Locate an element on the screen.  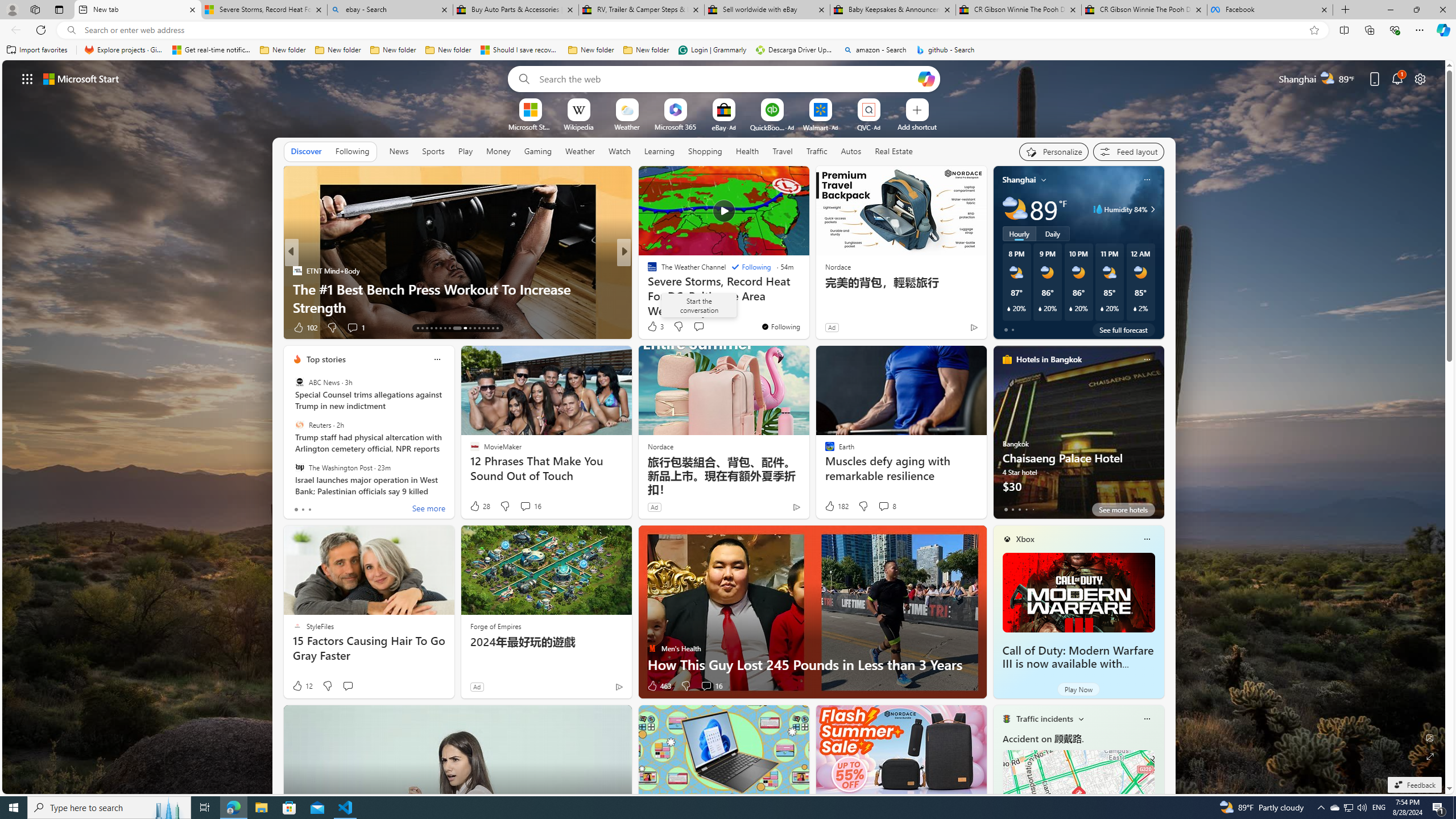
'hotels-header-icon' is located at coordinates (1006, 359).